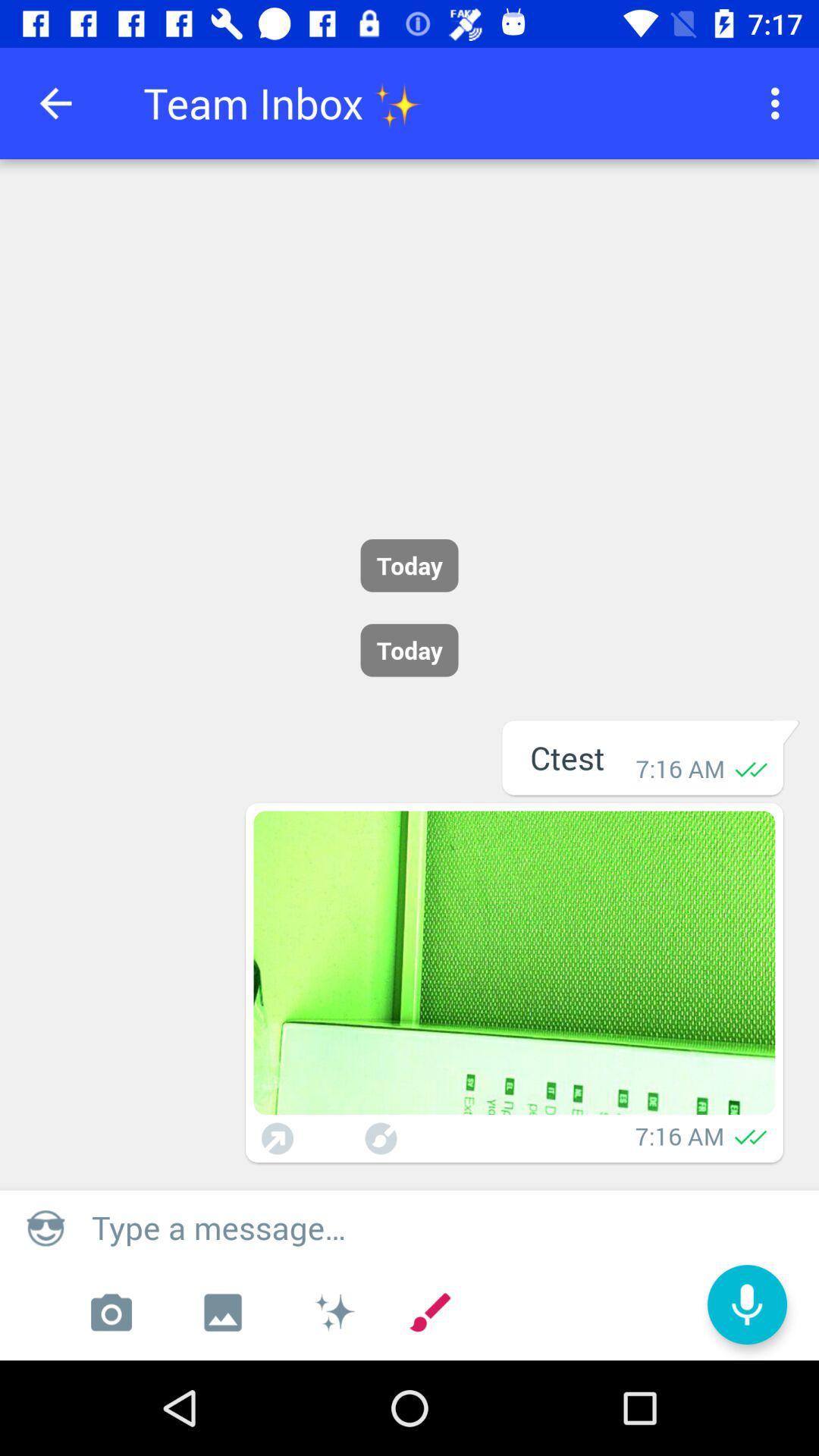 The width and height of the screenshot is (819, 1456). Describe the element at coordinates (55, 102) in the screenshot. I see `previous page` at that location.